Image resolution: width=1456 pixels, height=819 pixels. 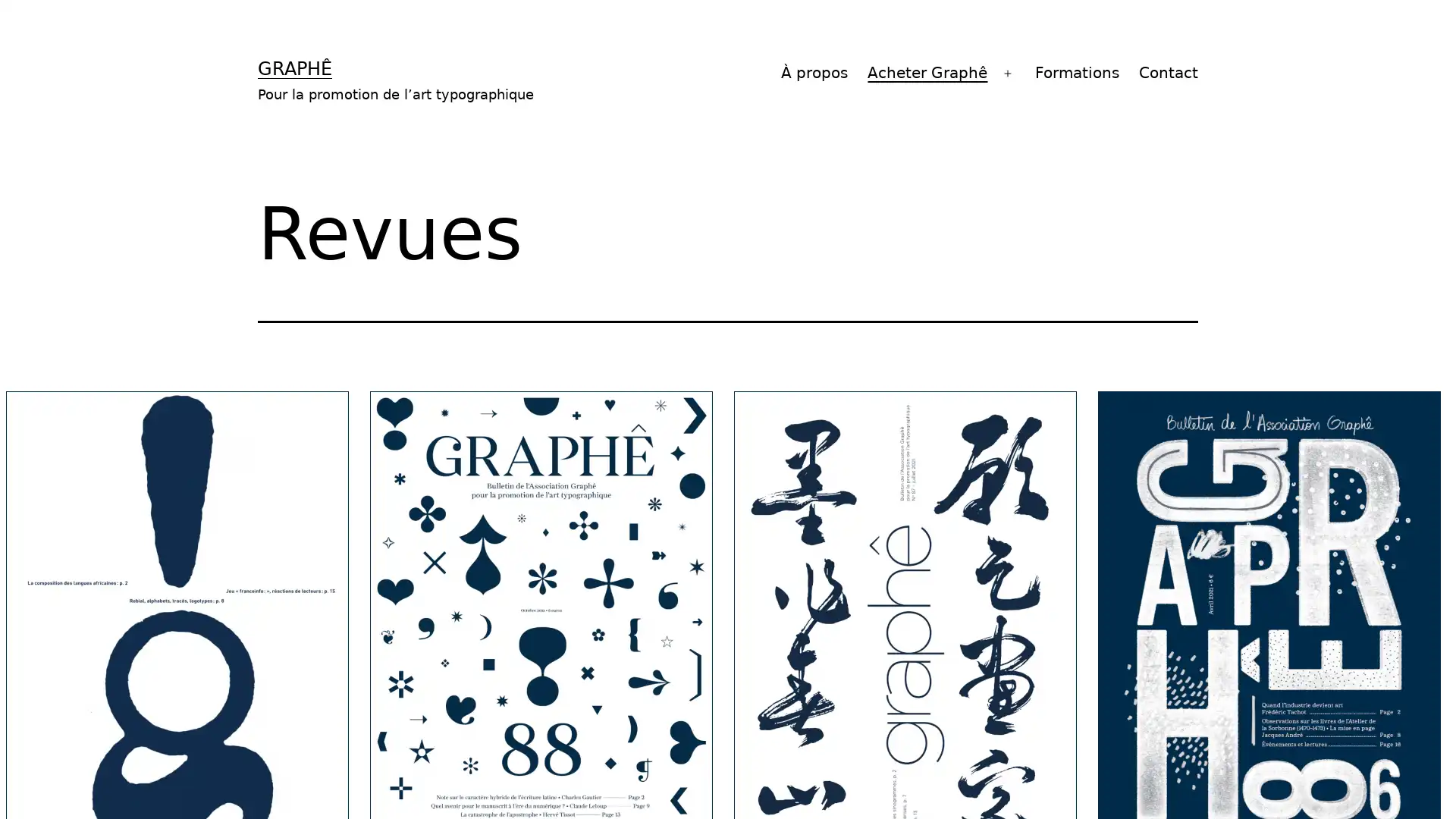 What do you see at coordinates (1008, 73) in the screenshot?
I see `Ouvrir le menu` at bounding box center [1008, 73].